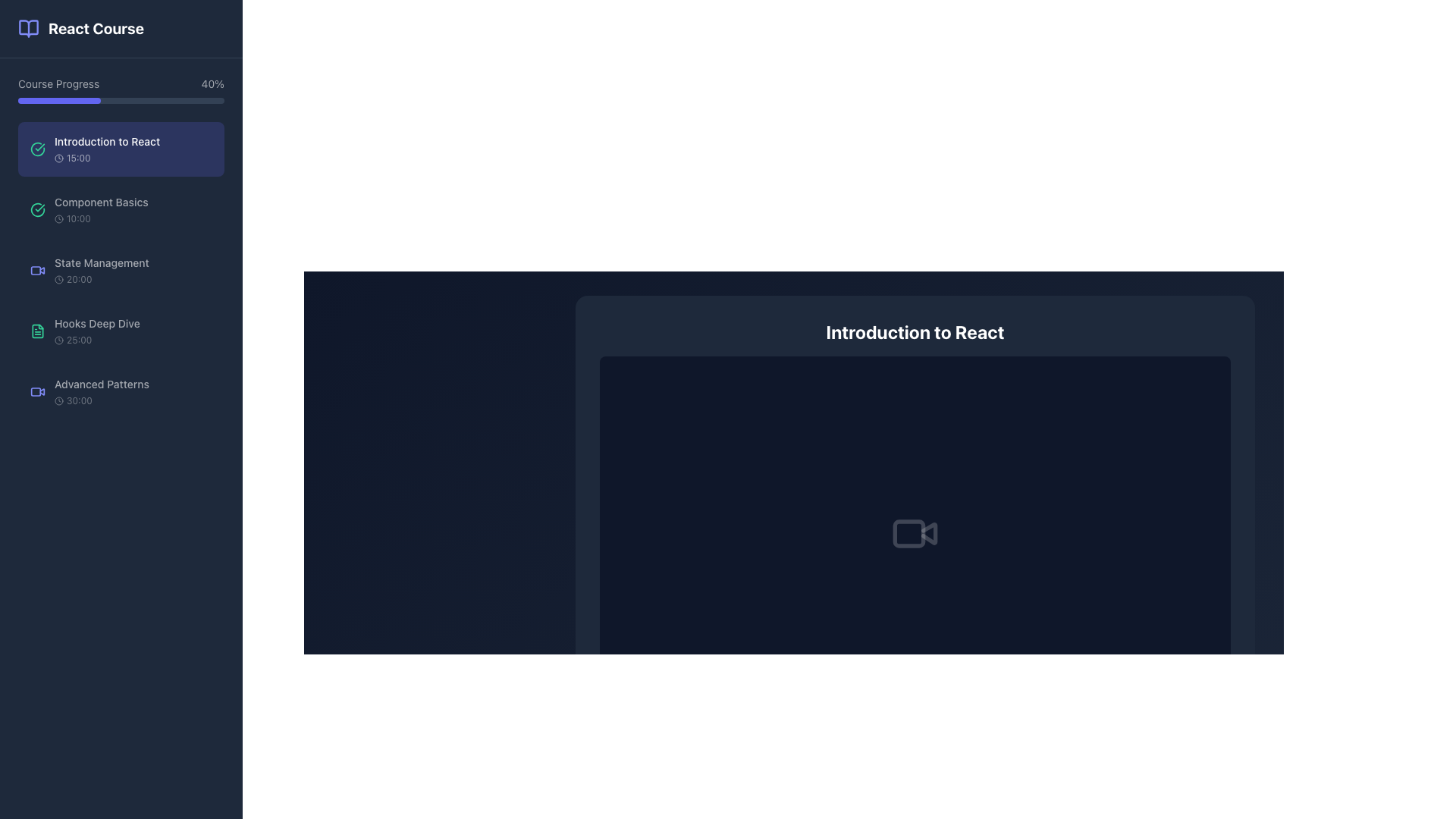 This screenshot has height=819, width=1456. What do you see at coordinates (80, 29) in the screenshot?
I see `the course title header element, labeled 'React Course', located near the top-left of the sidebar` at bounding box center [80, 29].